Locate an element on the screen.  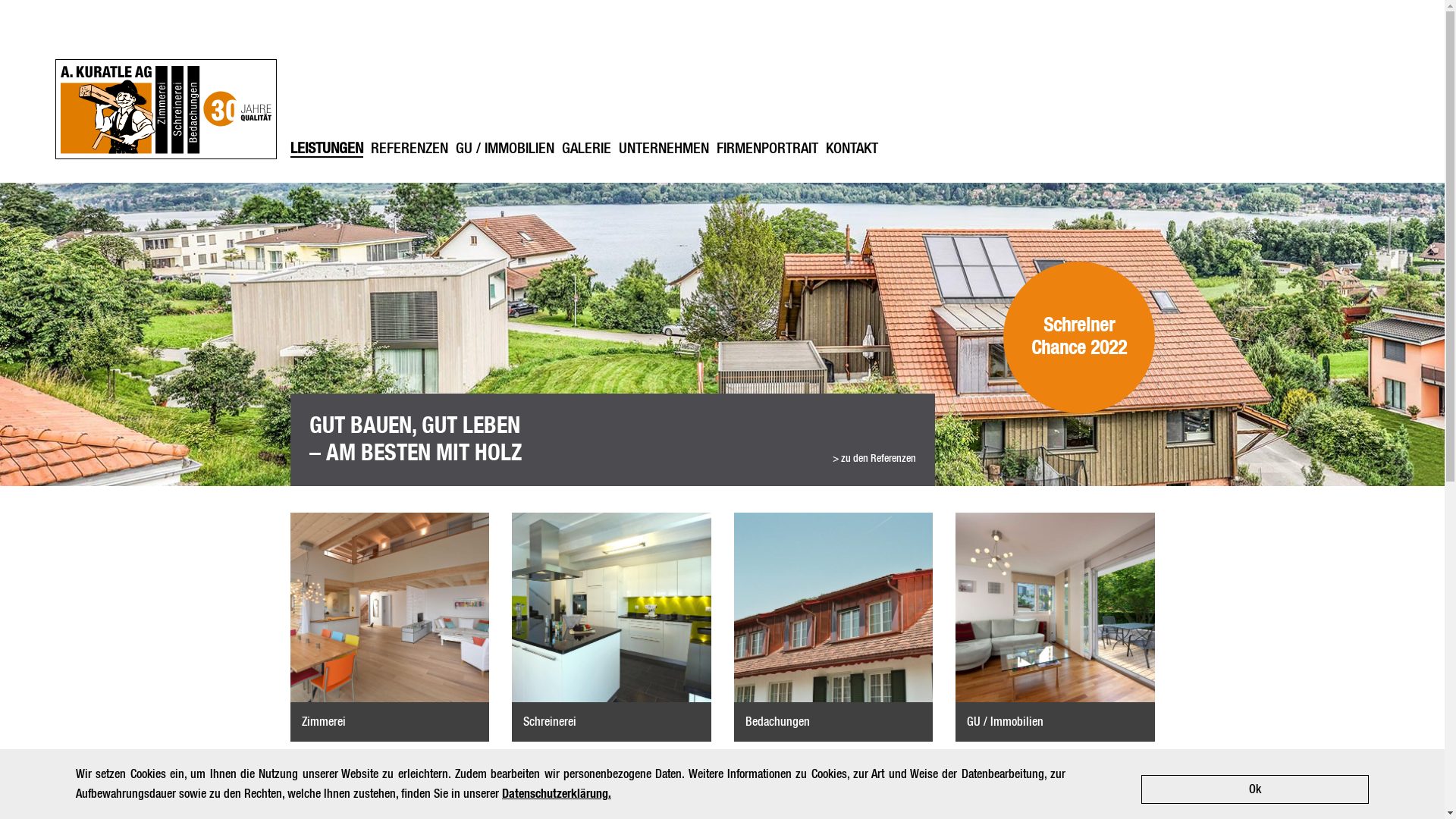
'Schreinerei' is located at coordinates (611, 626).